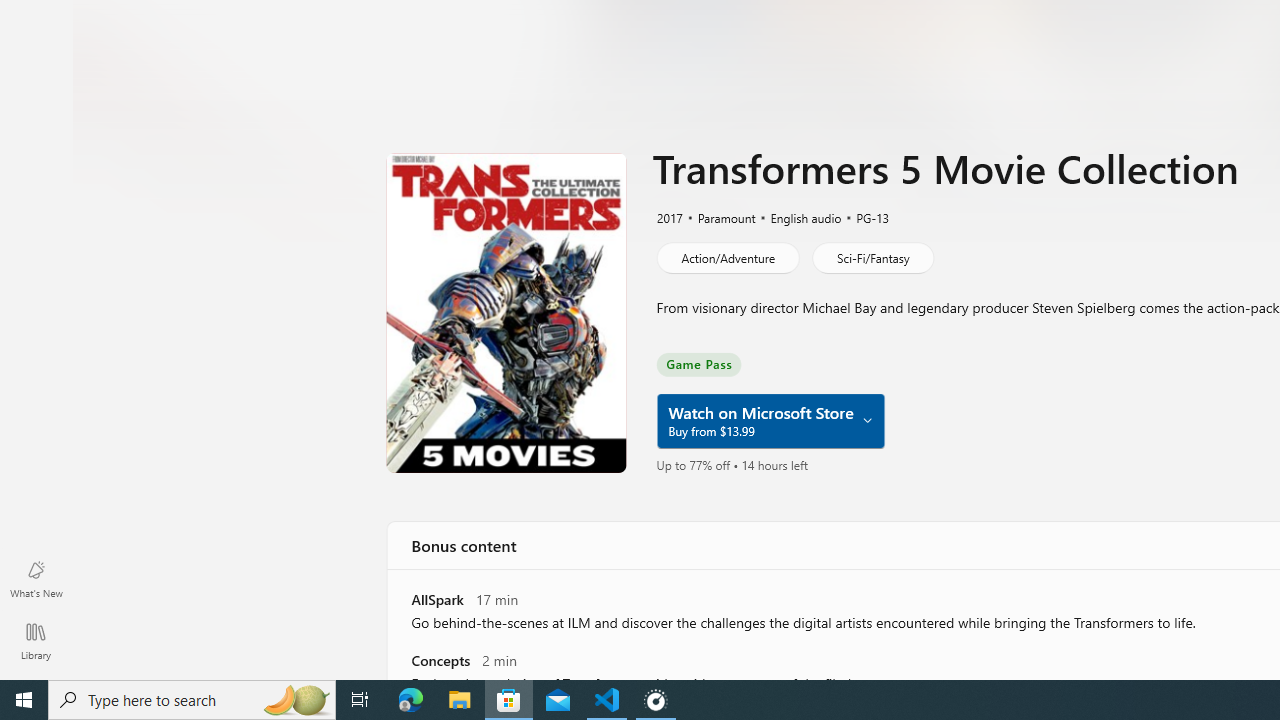  What do you see at coordinates (668, 217) in the screenshot?
I see `'2017'` at bounding box center [668, 217].